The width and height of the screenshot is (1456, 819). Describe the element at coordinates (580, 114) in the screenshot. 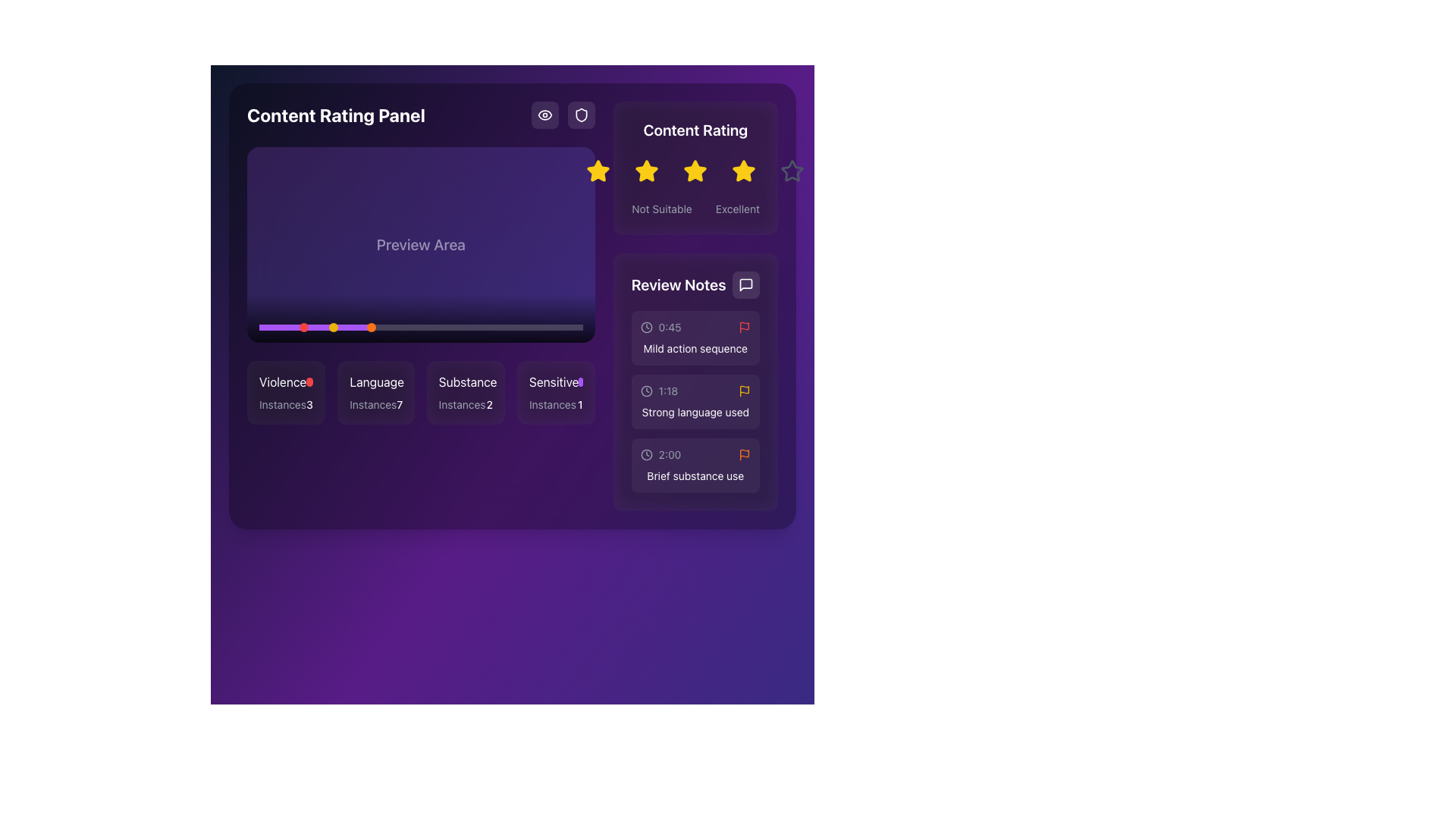

I see `the security icon located` at that location.